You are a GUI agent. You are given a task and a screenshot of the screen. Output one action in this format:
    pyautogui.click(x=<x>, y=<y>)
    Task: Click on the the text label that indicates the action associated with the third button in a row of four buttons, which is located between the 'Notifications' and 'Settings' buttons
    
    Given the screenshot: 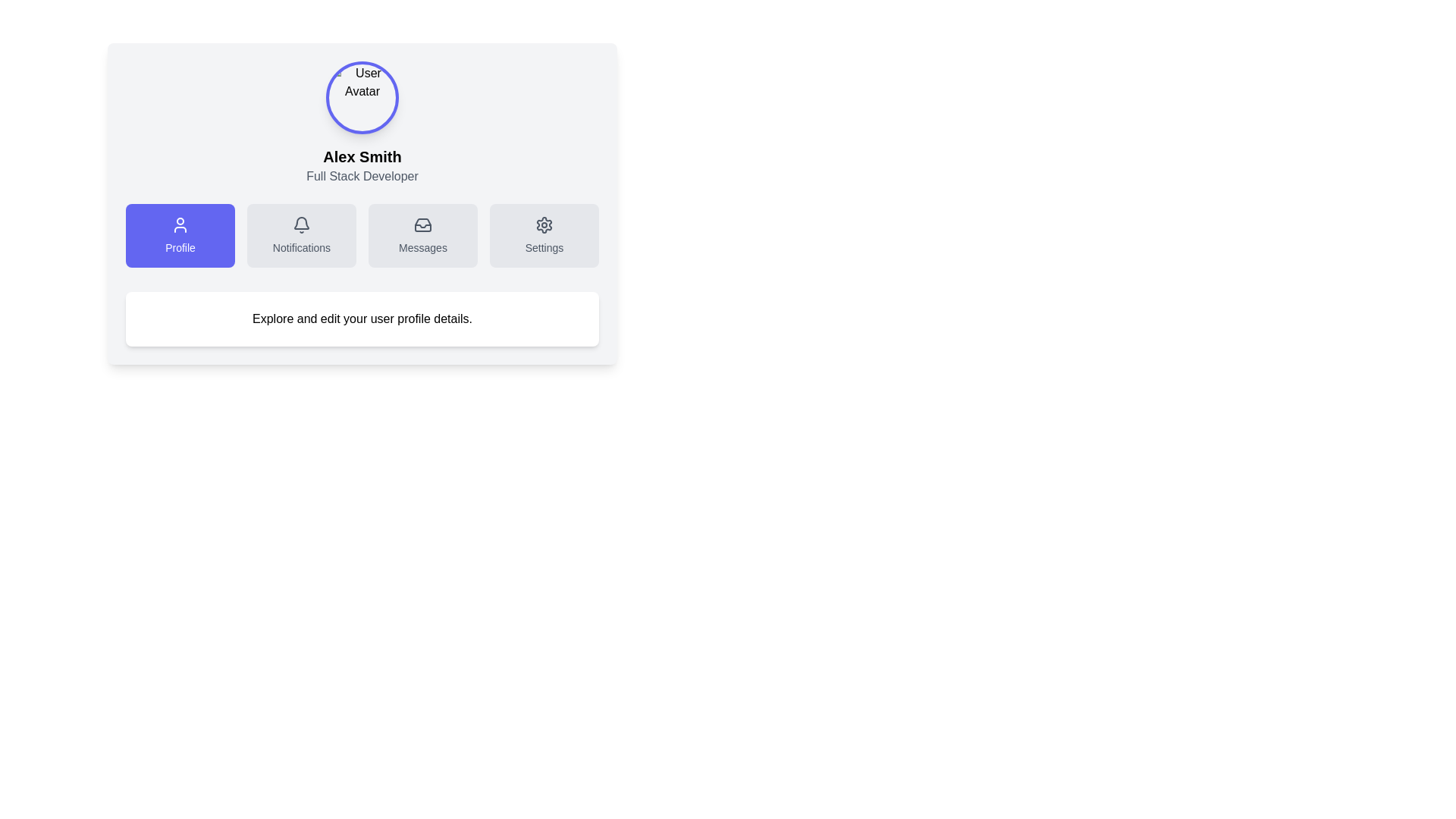 What is the action you would take?
    pyautogui.click(x=422, y=247)
    